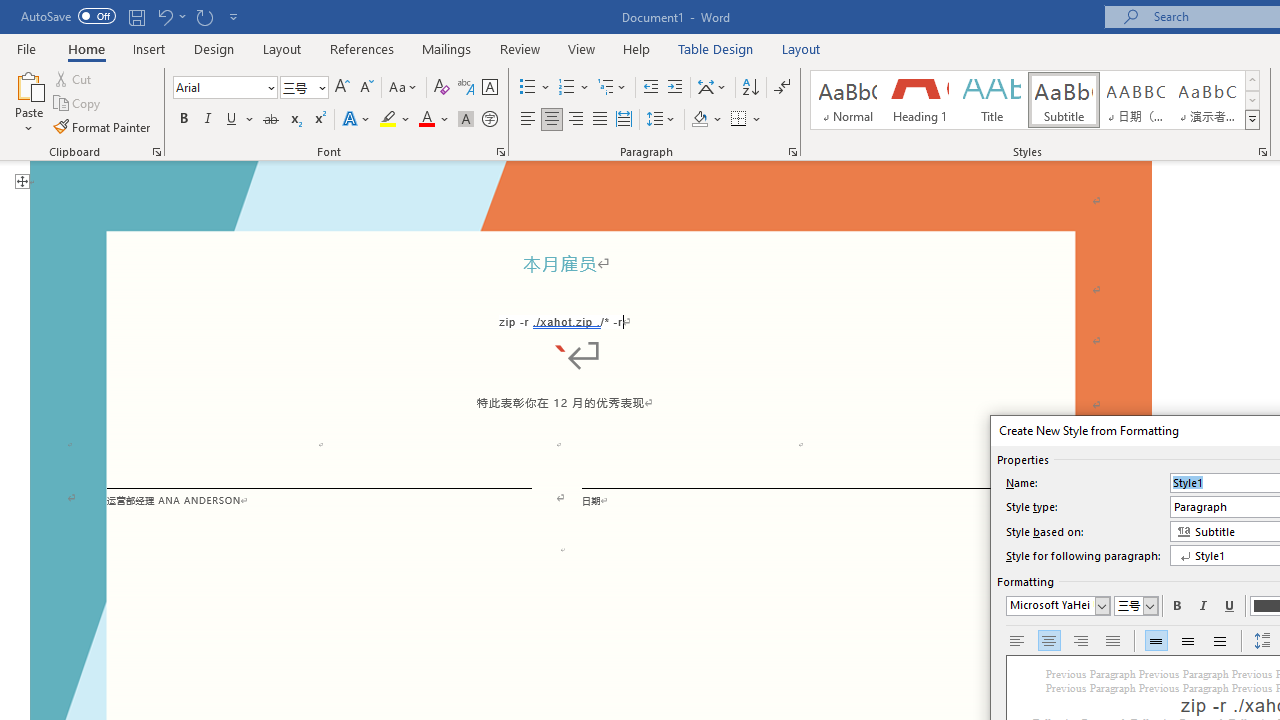 The width and height of the screenshot is (1280, 720). What do you see at coordinates (919, 100) in the screenshot?
I see `'Heading 1'` at bounding box center [919, 100].